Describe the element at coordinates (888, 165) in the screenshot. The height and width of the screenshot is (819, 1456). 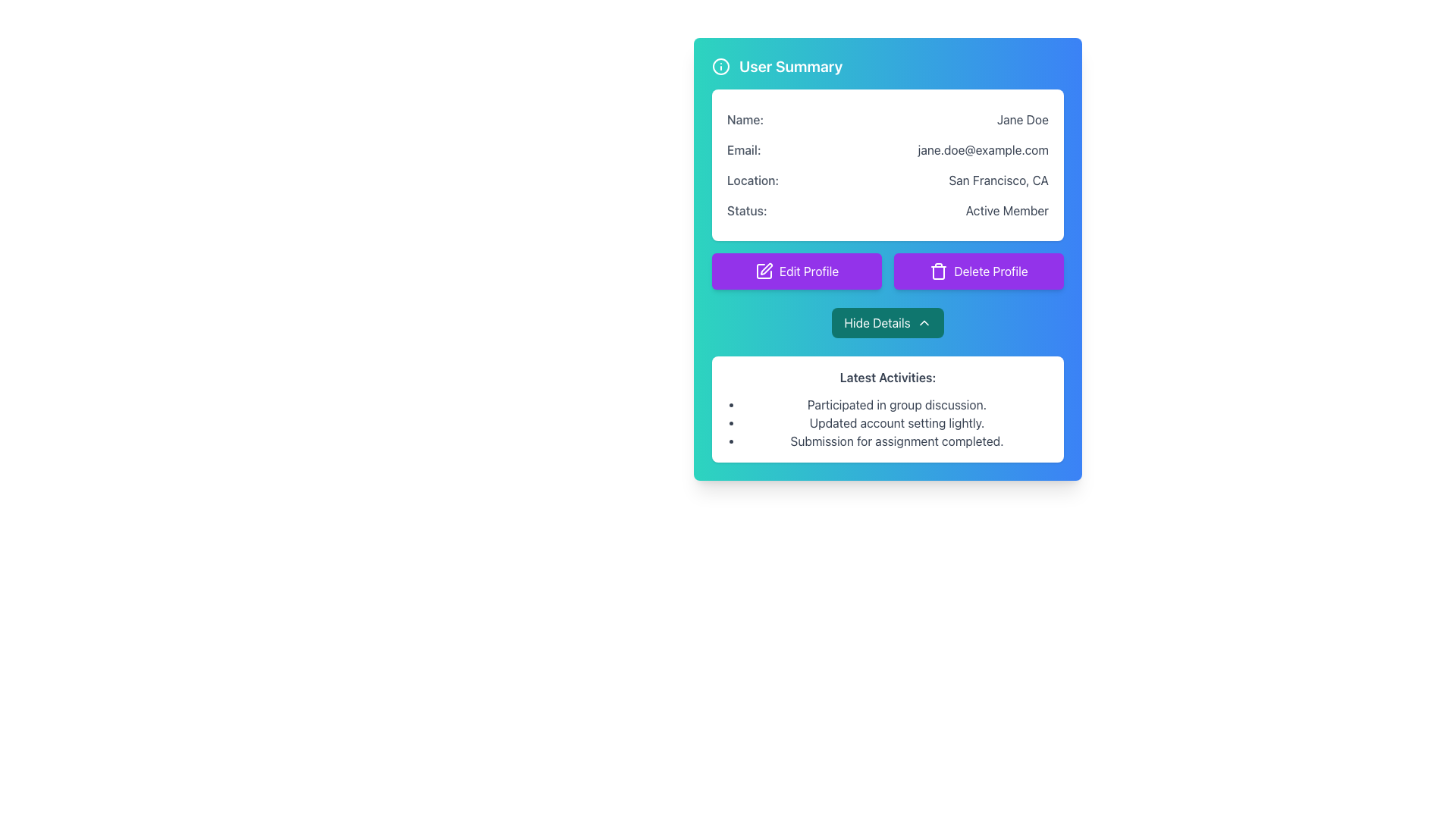
I see `information displayed in the rectangular section located in the upper-middle section of the card, which includes the details about 'Name: Jane Doe', 'Email: jane.doe@example.com', 'Location: San Francisco, CA', and 'Status: Active Member'` at that location.